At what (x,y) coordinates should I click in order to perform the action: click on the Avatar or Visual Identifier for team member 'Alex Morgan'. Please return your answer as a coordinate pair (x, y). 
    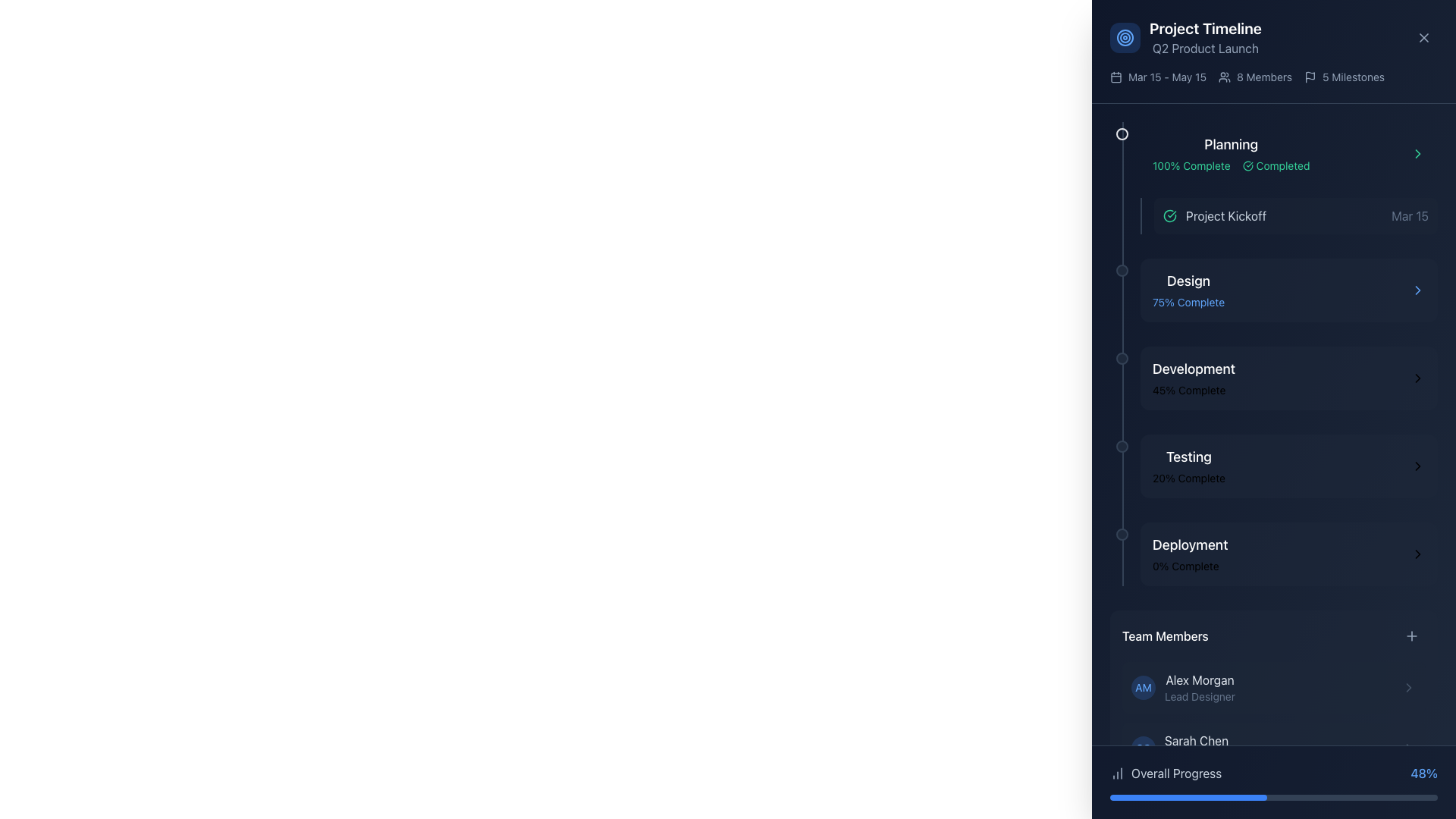
    Looking at the image, I should click on (1143, 687).